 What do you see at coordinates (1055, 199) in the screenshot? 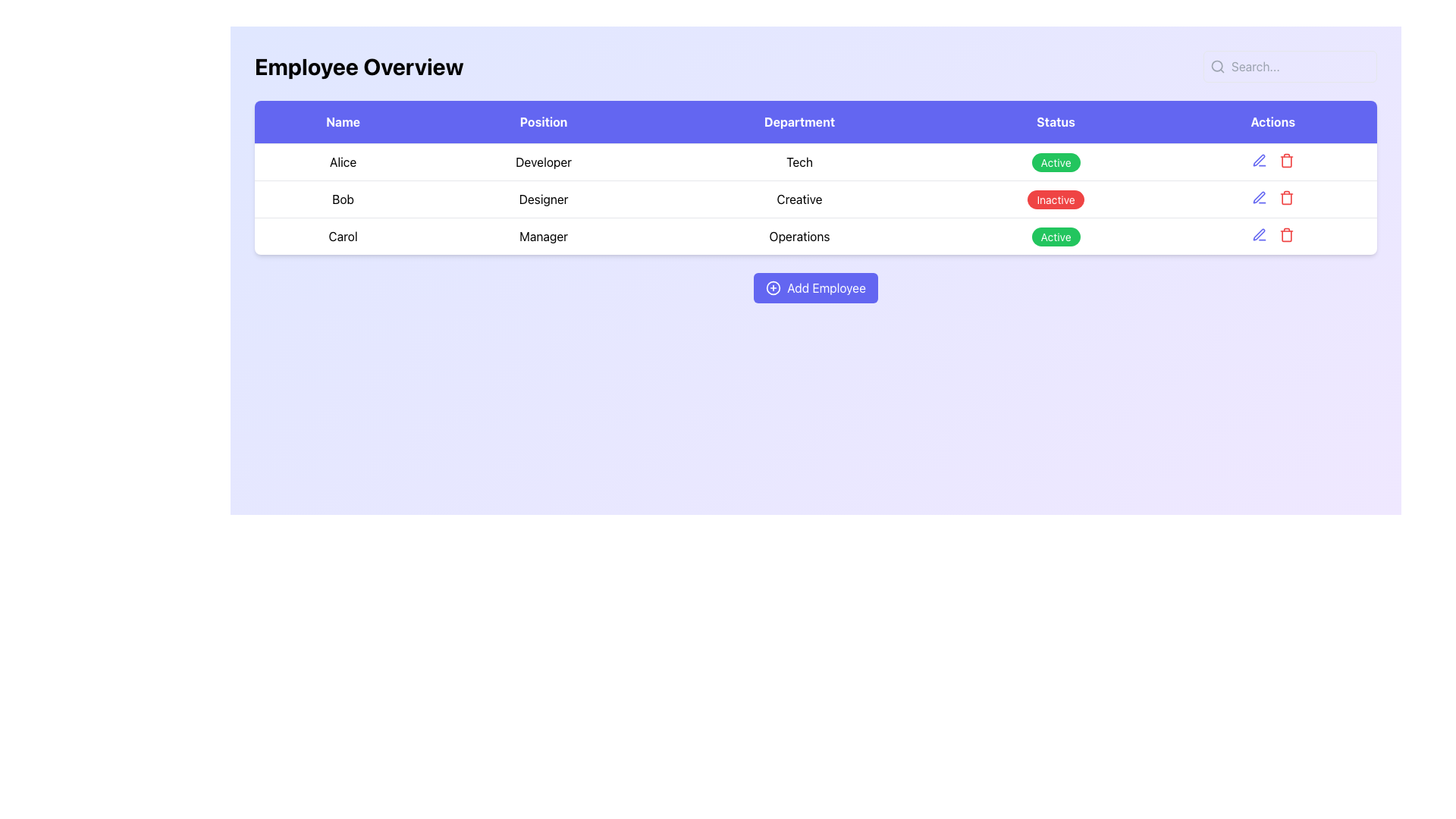
I see `the 'Inactive' status badge for the entity 'Bob' in the Status column of the table, which serves an informational purpose` at bounding box center [1055, 199].